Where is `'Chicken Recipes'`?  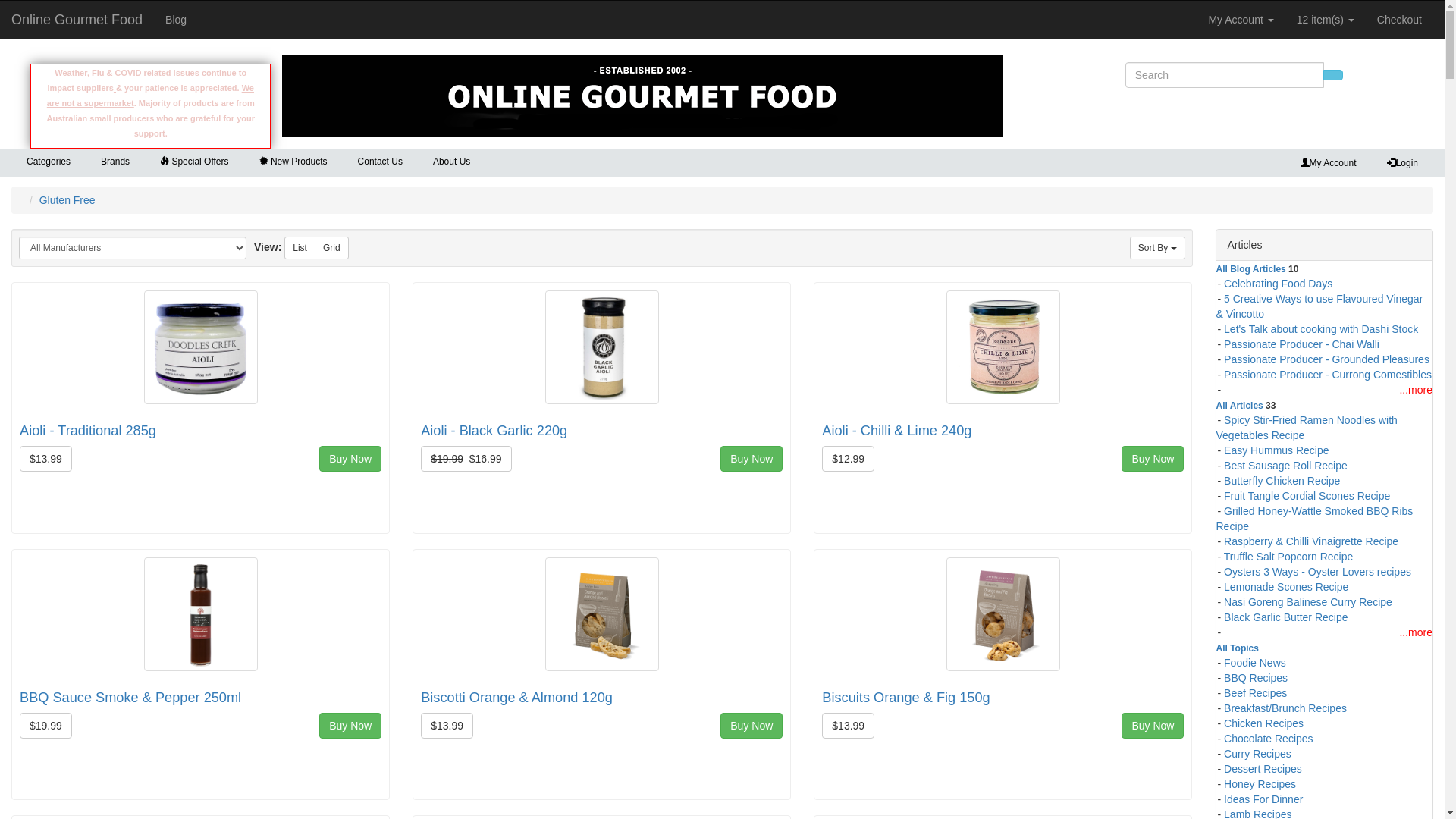
'Chicken Recipes' is located at coordinates (1263, 721).